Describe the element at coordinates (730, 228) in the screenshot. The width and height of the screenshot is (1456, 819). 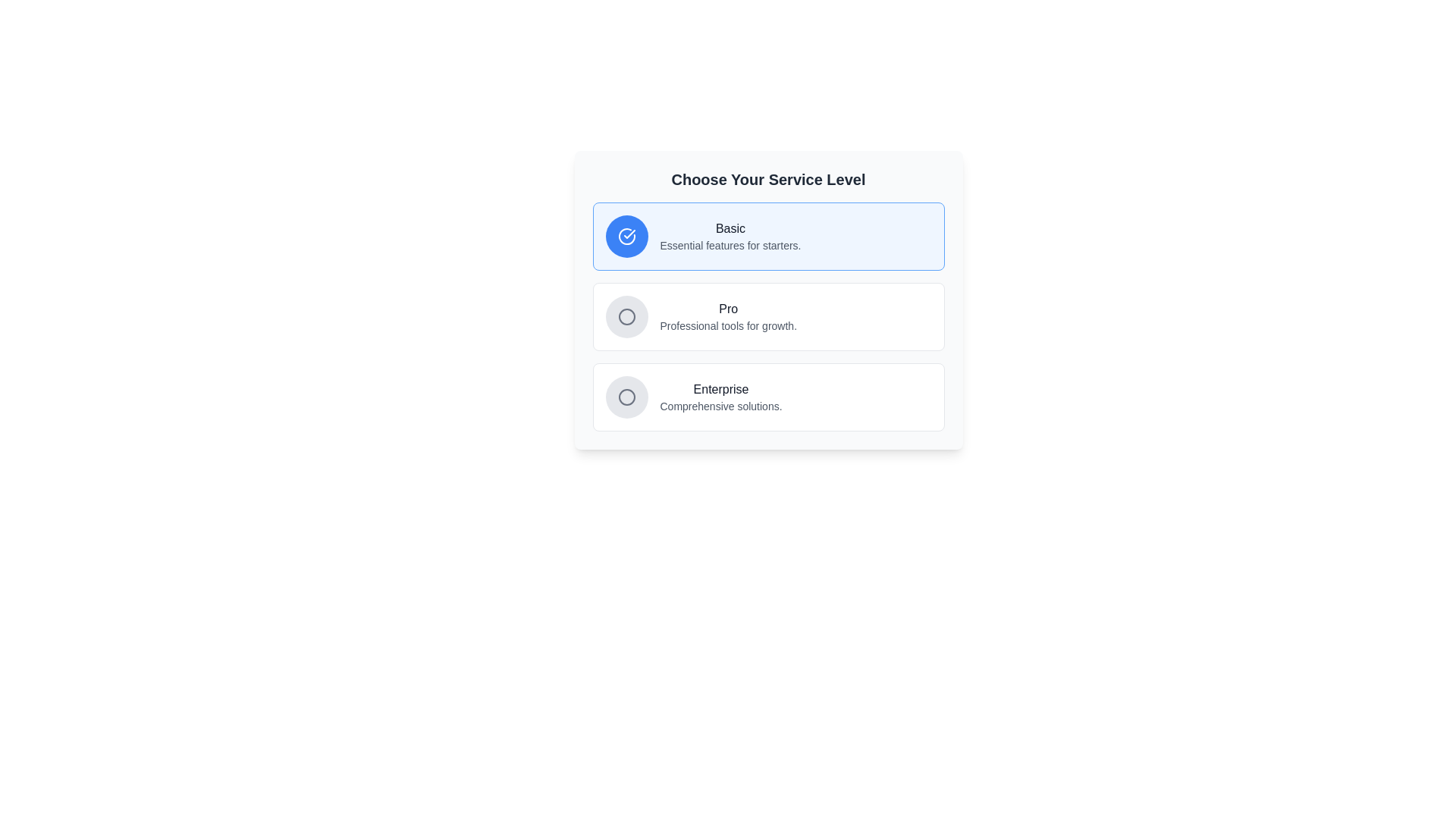
I see `the text label displaying 'Basic', which is styled in bold, medium font size and dark gray color, located at the top of the first service level option card` at that location.